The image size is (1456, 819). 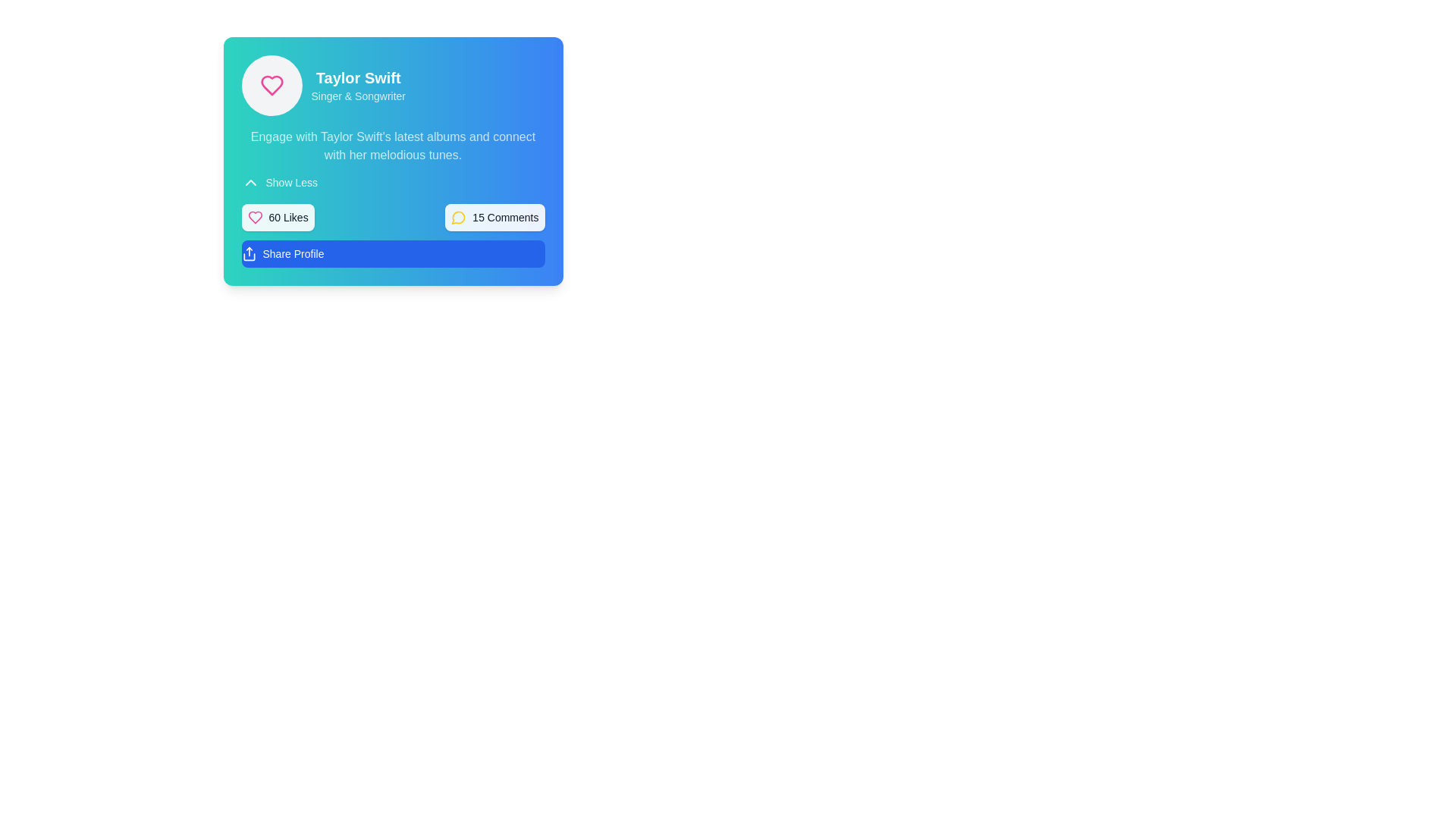 What do you see at coordinates (357, 78) in the screenshot?
I see `the text label 'Taylor Swift' to use it as a title reference` at bounding box center [357, 78].